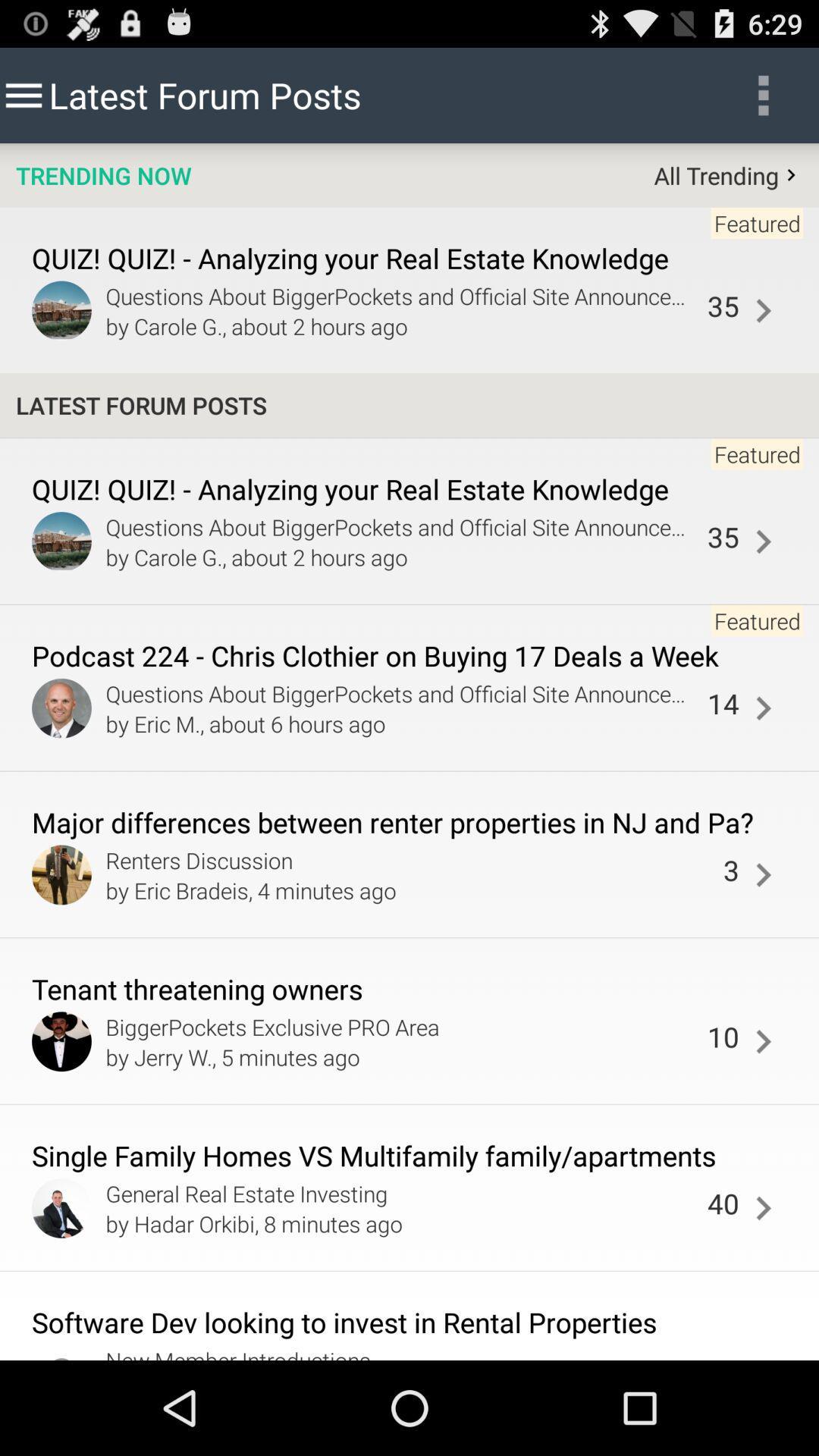 This screenshot has height=1456, width=819. What do you see at coordinates (402, 1027) in the screenshot?
I see `the app to the left of 10` at bounding box center [402, 1027].